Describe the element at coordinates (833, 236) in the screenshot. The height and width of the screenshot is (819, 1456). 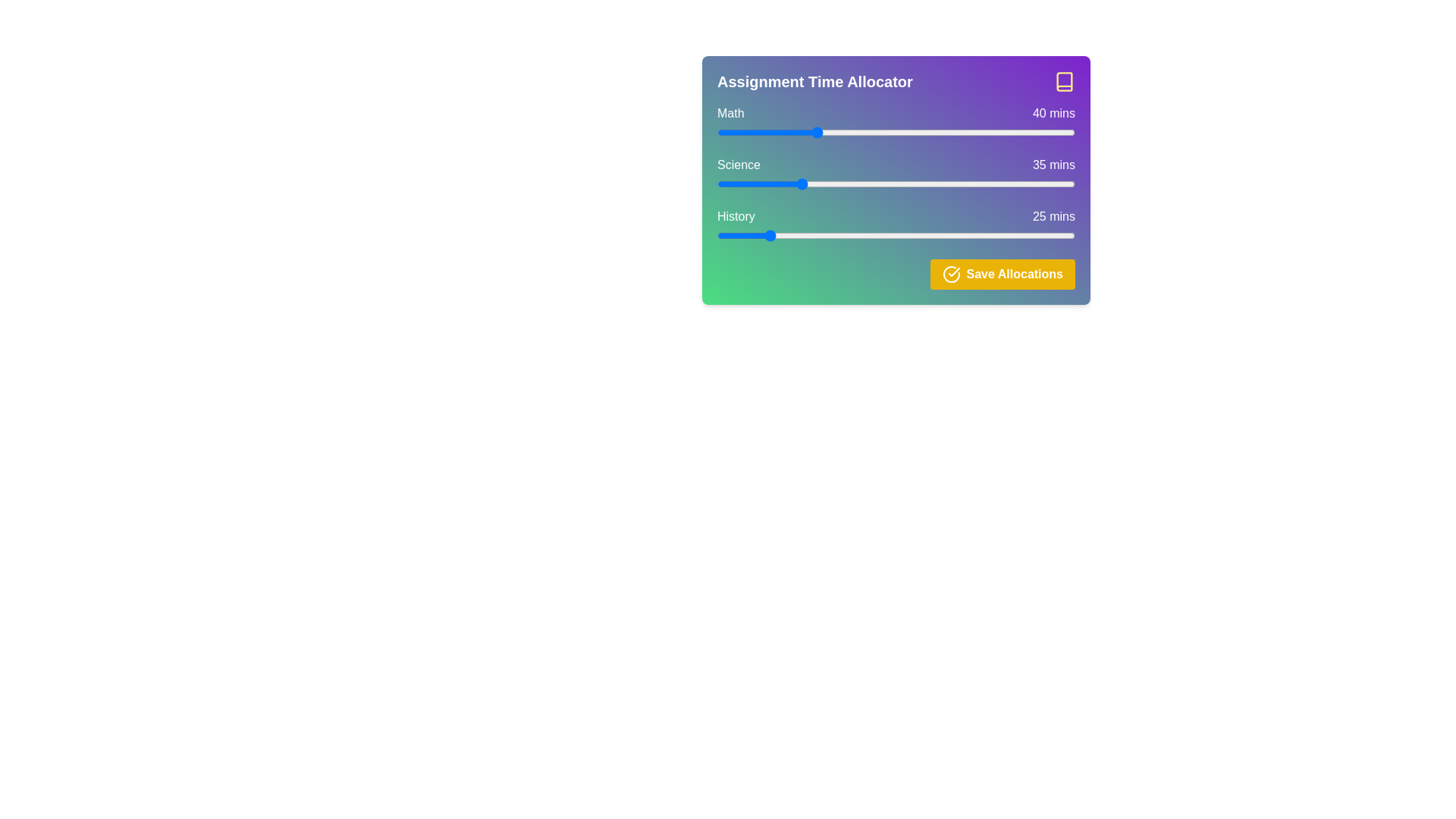
I see `history time allocation` at that location.